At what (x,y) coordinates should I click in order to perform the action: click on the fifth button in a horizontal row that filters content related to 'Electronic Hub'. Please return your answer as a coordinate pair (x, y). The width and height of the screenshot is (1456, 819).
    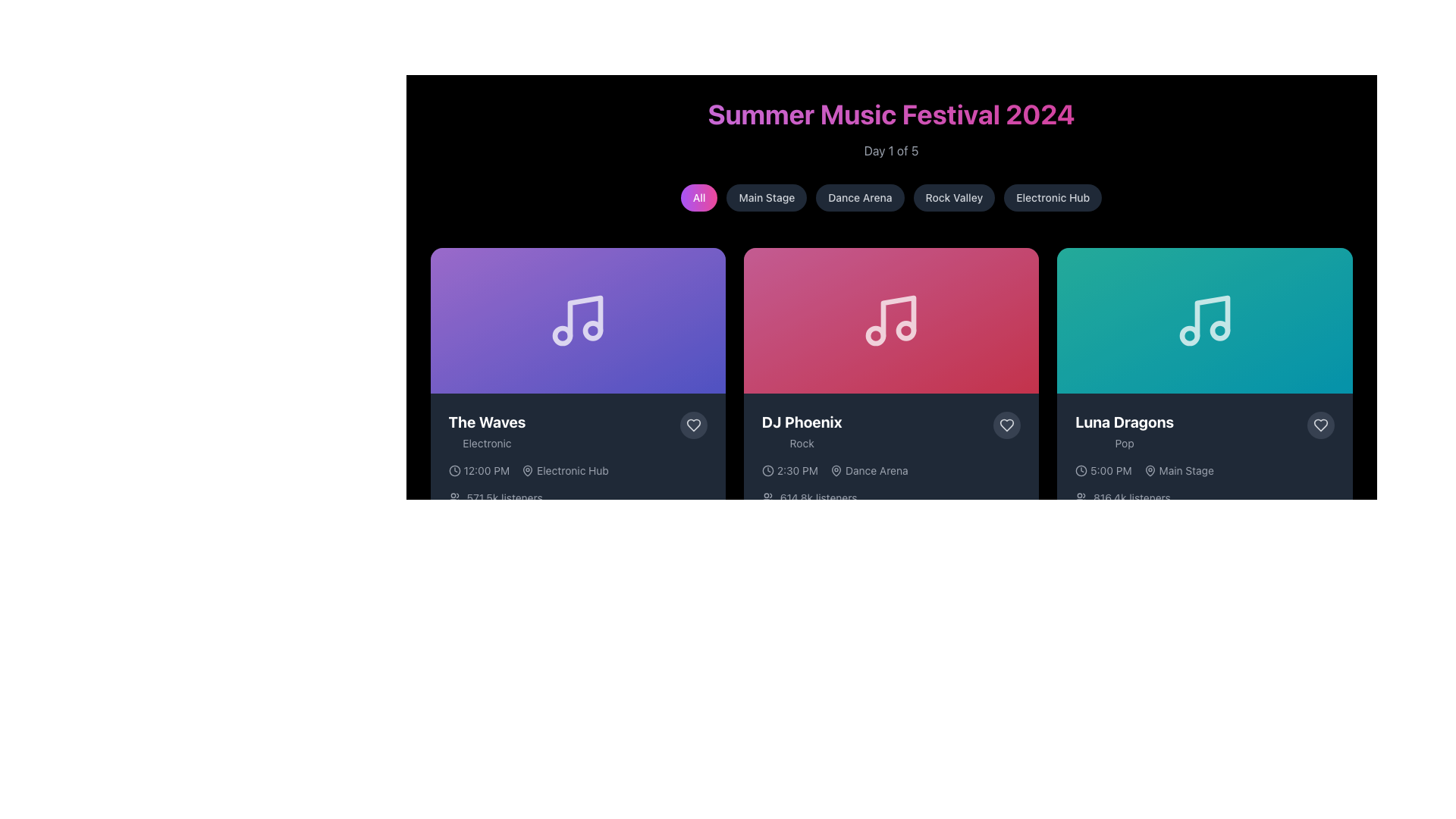
    Looking at the image, I should click on (1052, 197).